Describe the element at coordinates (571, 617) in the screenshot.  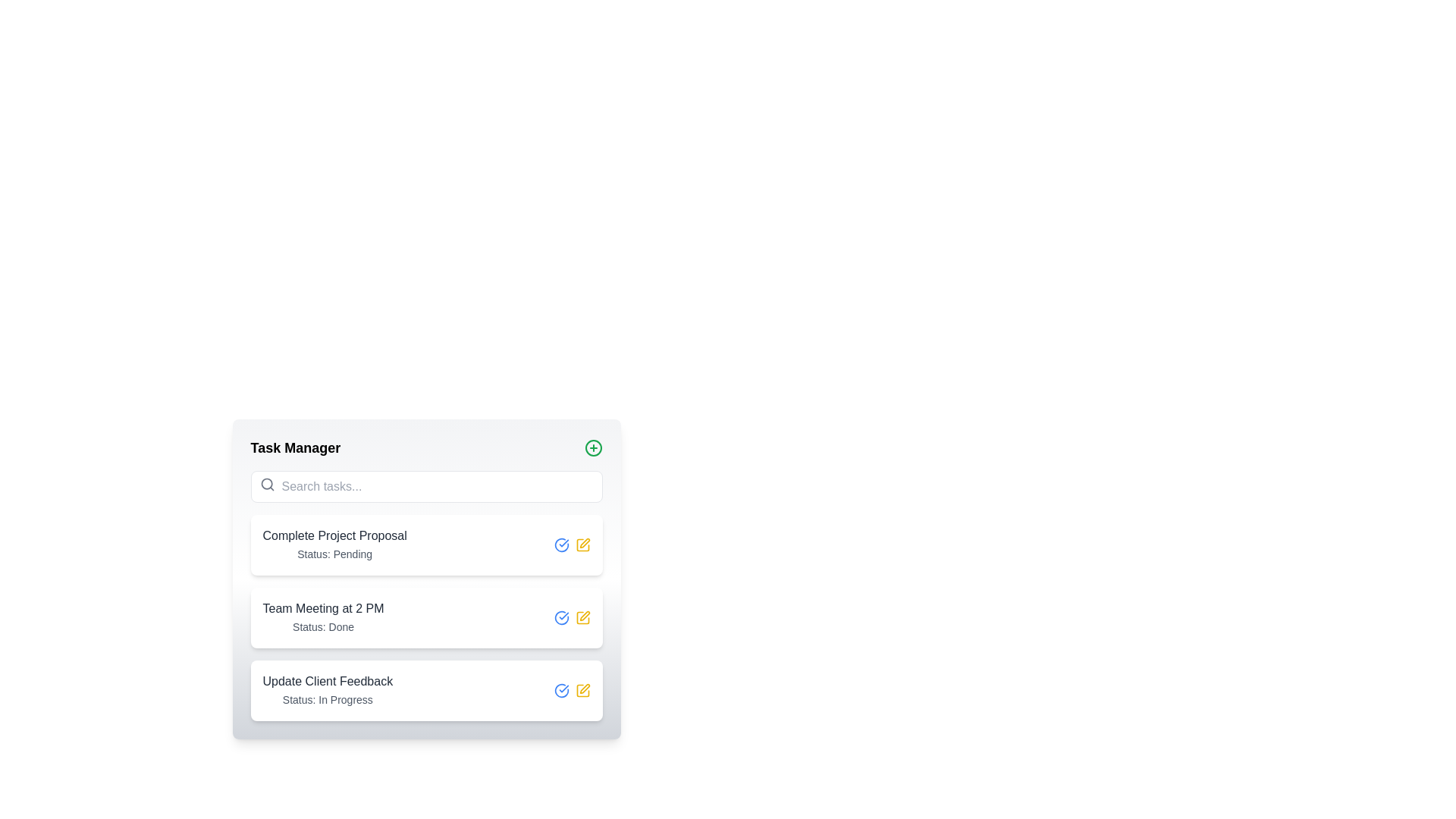
I see `the group of action icons for the 'Team Meeting at 2 PM' task entry` at that location.